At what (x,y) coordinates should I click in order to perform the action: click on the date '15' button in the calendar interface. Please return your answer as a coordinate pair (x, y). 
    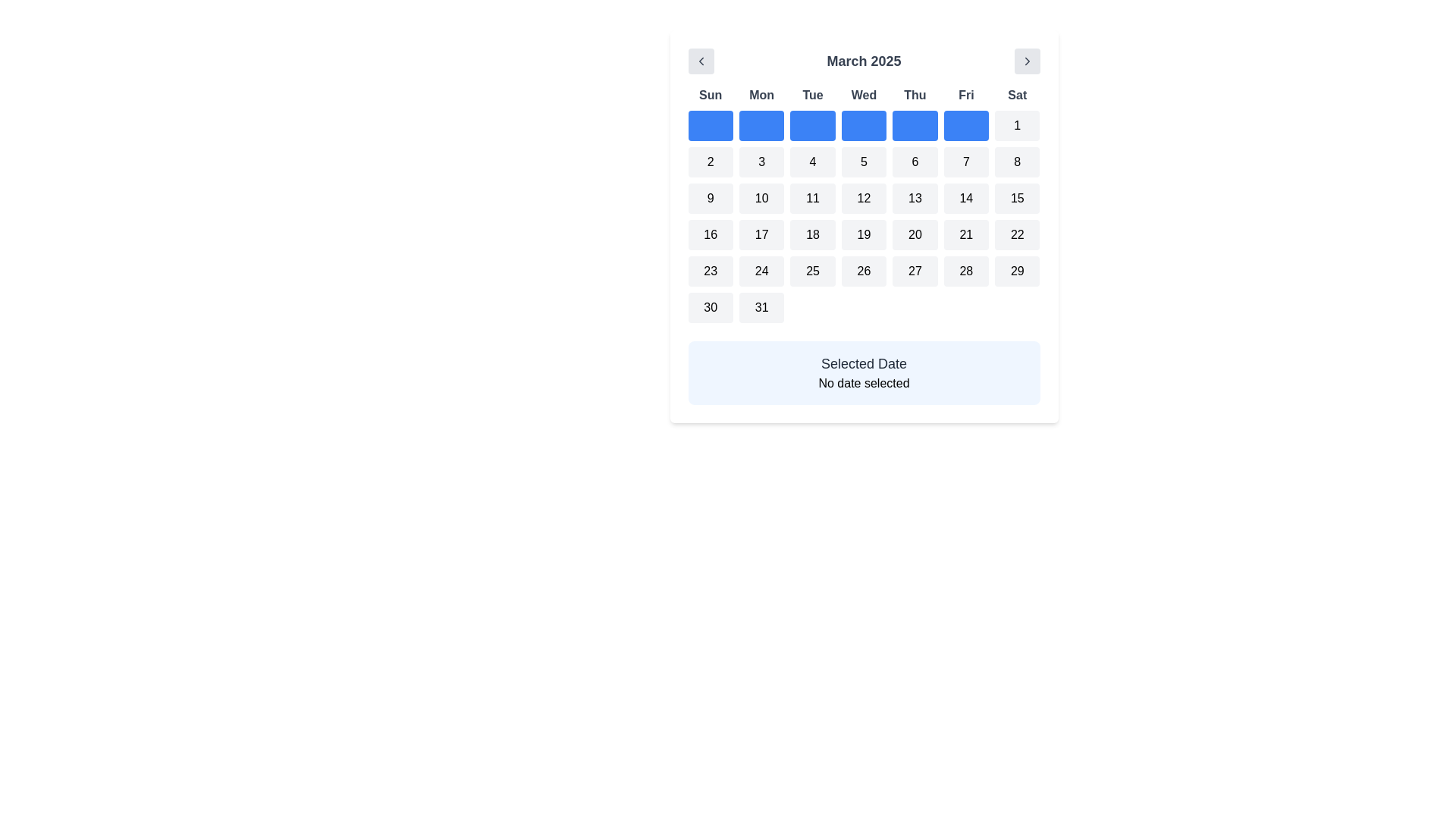
    Looking at the image, I should click on (1017, 198).